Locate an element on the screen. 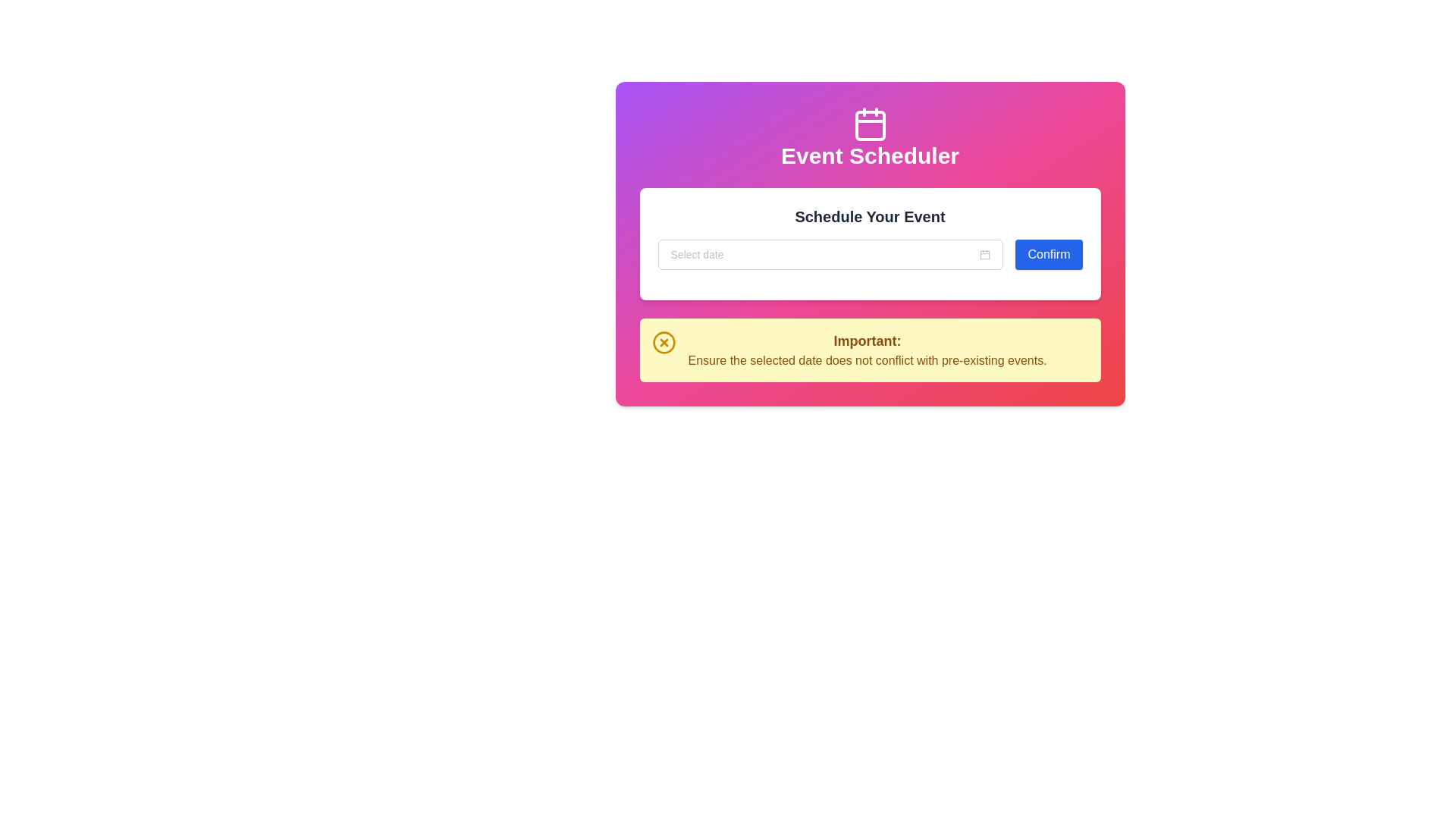 The height and width of the screenshot is (819, 1456). the warning by clicking on the Informational Alert Box that contains the title 'Important' and a circular icon with a cross symbol, displayed on a bright yellow background is located at coordinates (870, 350).